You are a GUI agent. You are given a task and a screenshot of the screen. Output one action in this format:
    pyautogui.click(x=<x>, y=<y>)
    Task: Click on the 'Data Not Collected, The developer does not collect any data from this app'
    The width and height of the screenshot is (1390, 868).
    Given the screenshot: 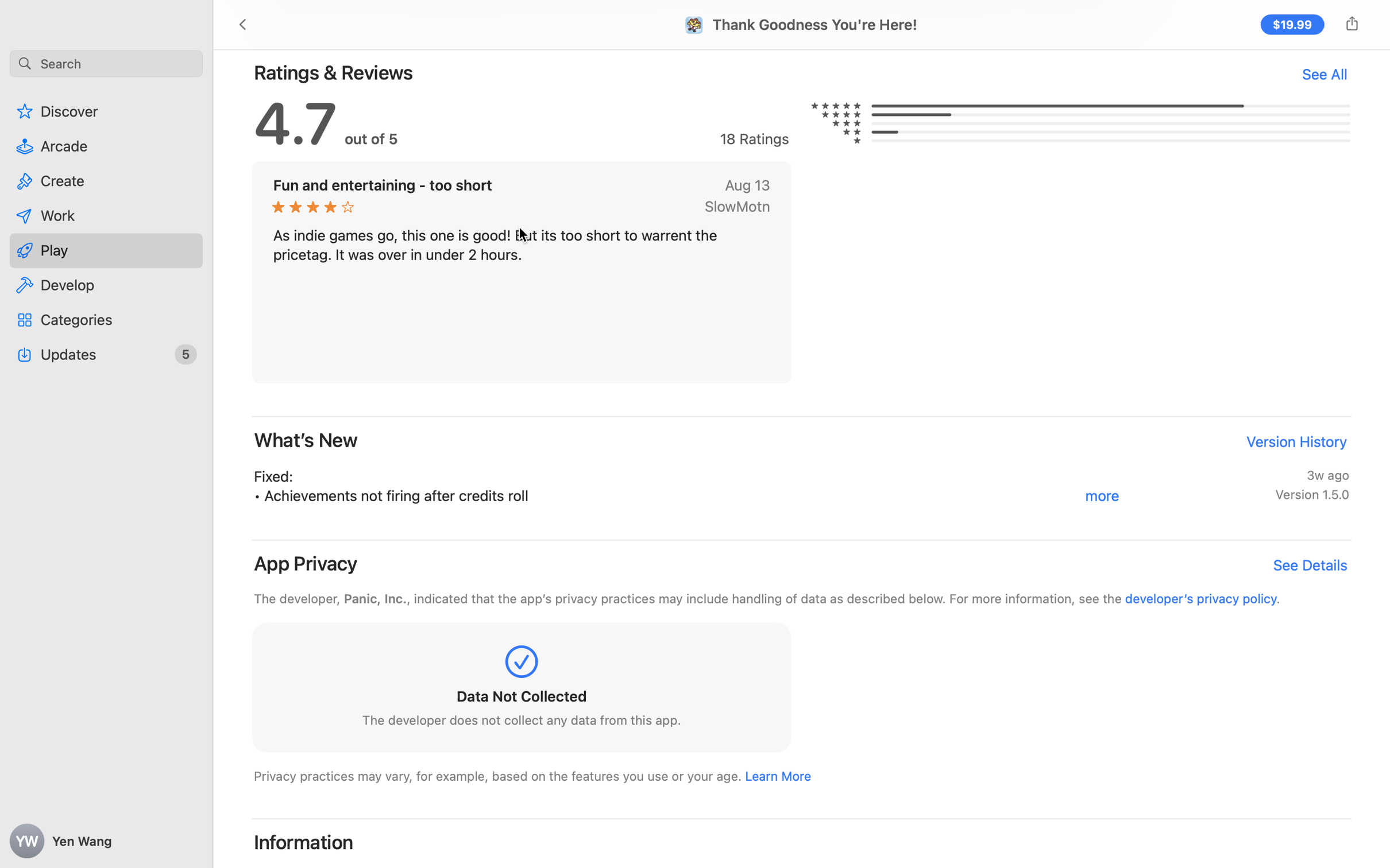 What is the action you would take?
    pyautogui.click(x=521, y=689)
    